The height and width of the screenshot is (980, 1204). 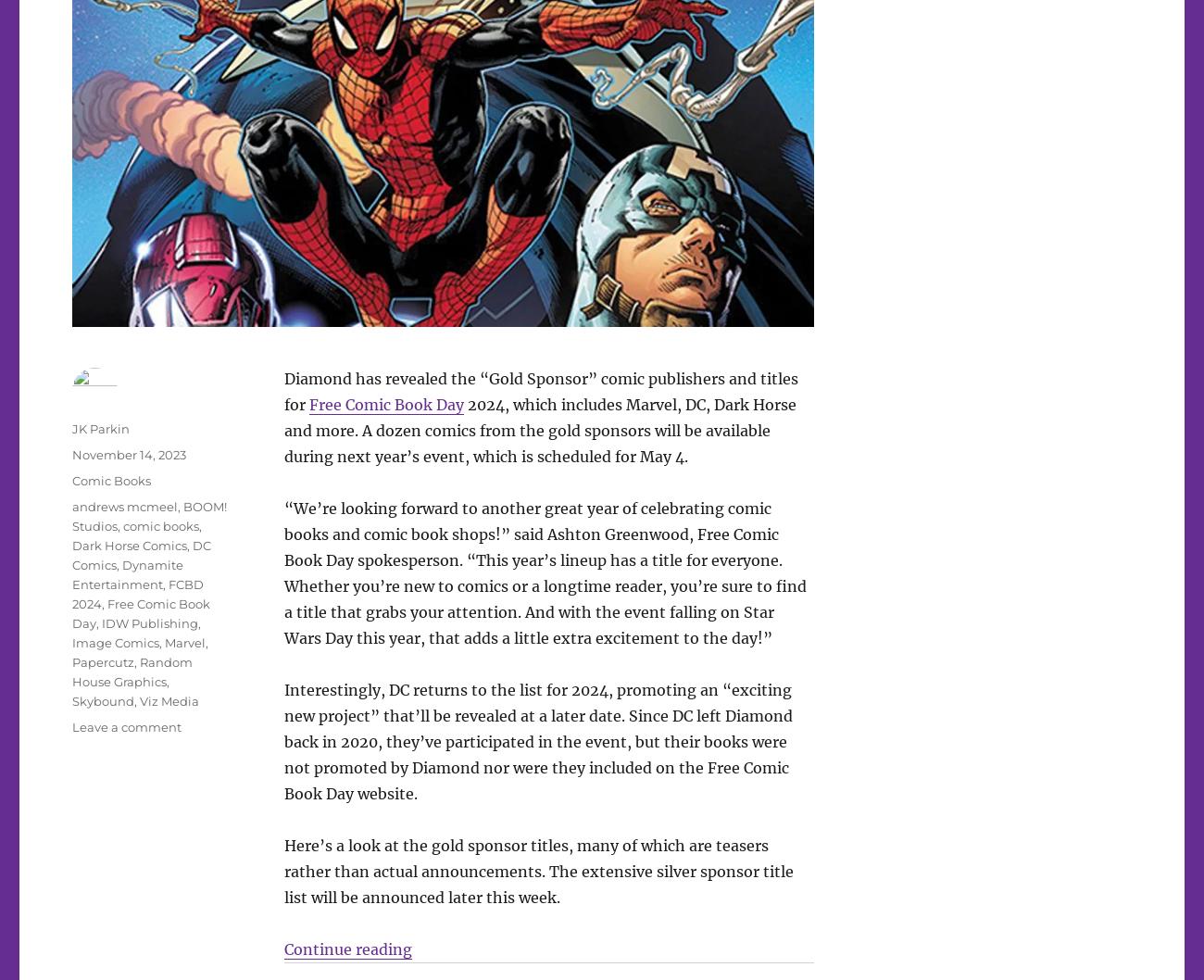 What do you see at coordinates (129, 545) in the screenshot?
I see `'Dark Horse Comics'` at bounding box center [129, 545].